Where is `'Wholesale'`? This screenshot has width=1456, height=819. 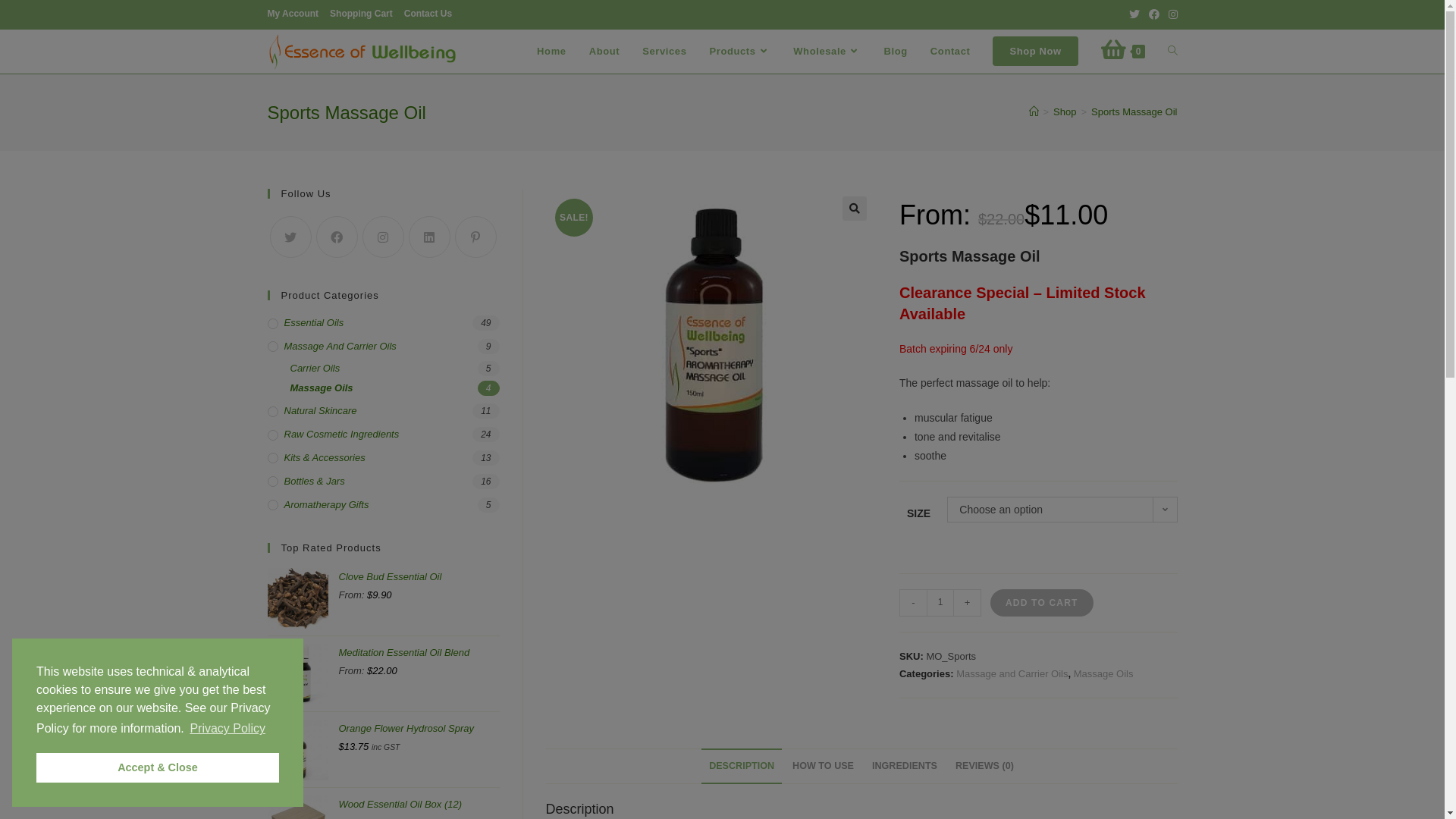 'Wholesale' is located at coordinates (826, 51).